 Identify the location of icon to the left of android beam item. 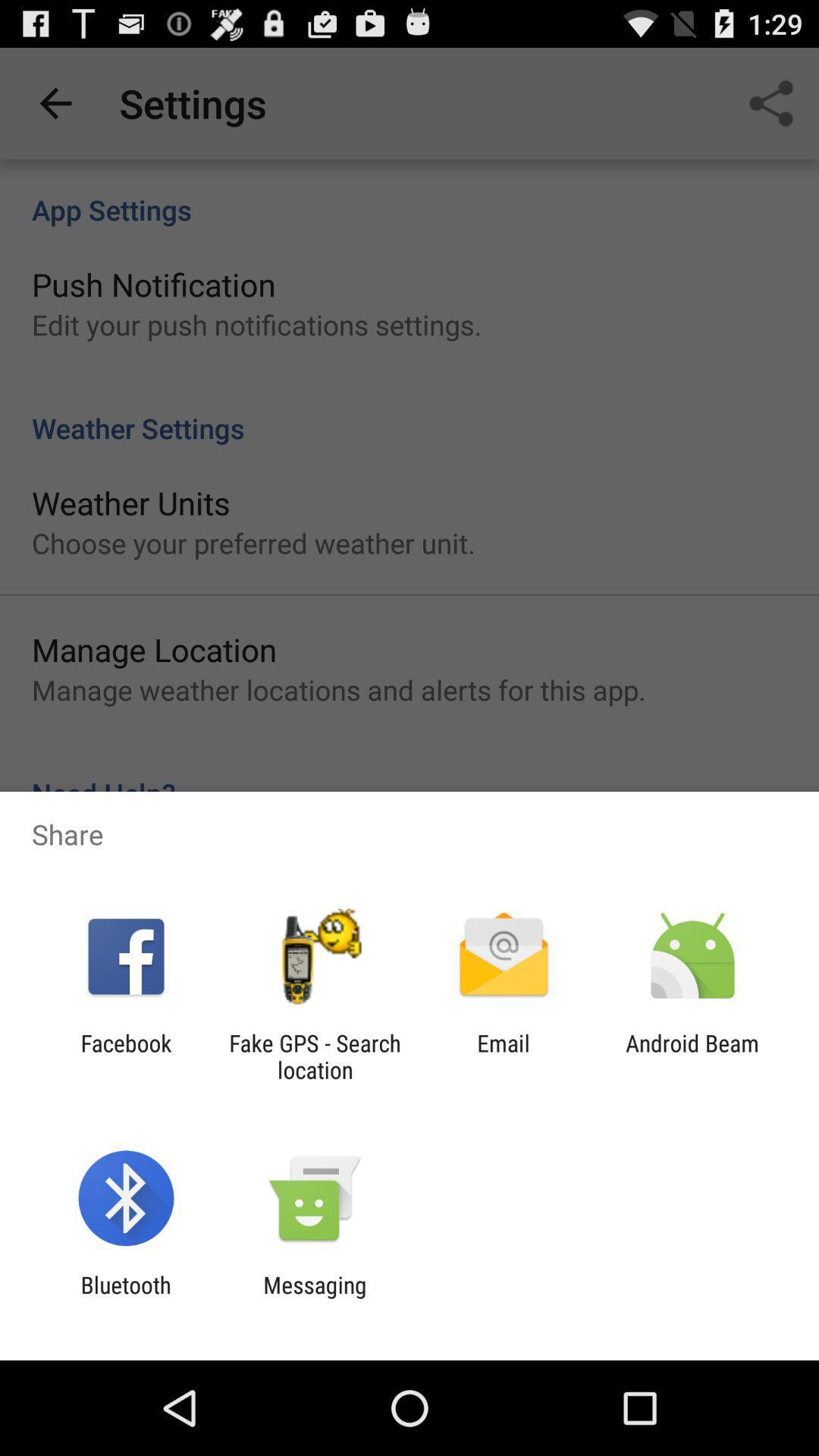
(504, 1056).